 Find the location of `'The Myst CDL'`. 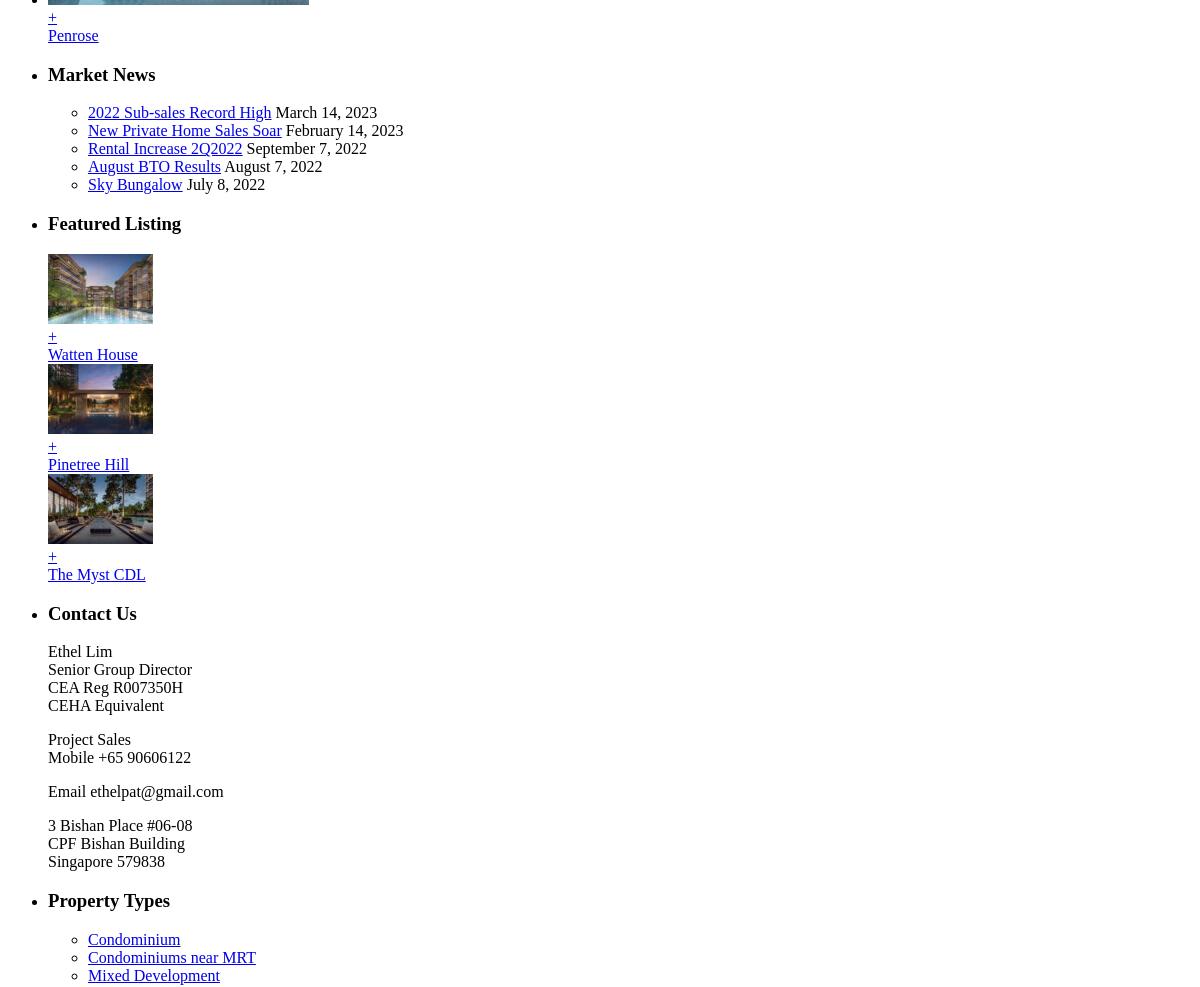

'The Myst CDL' is located at coordinates (96, 572).